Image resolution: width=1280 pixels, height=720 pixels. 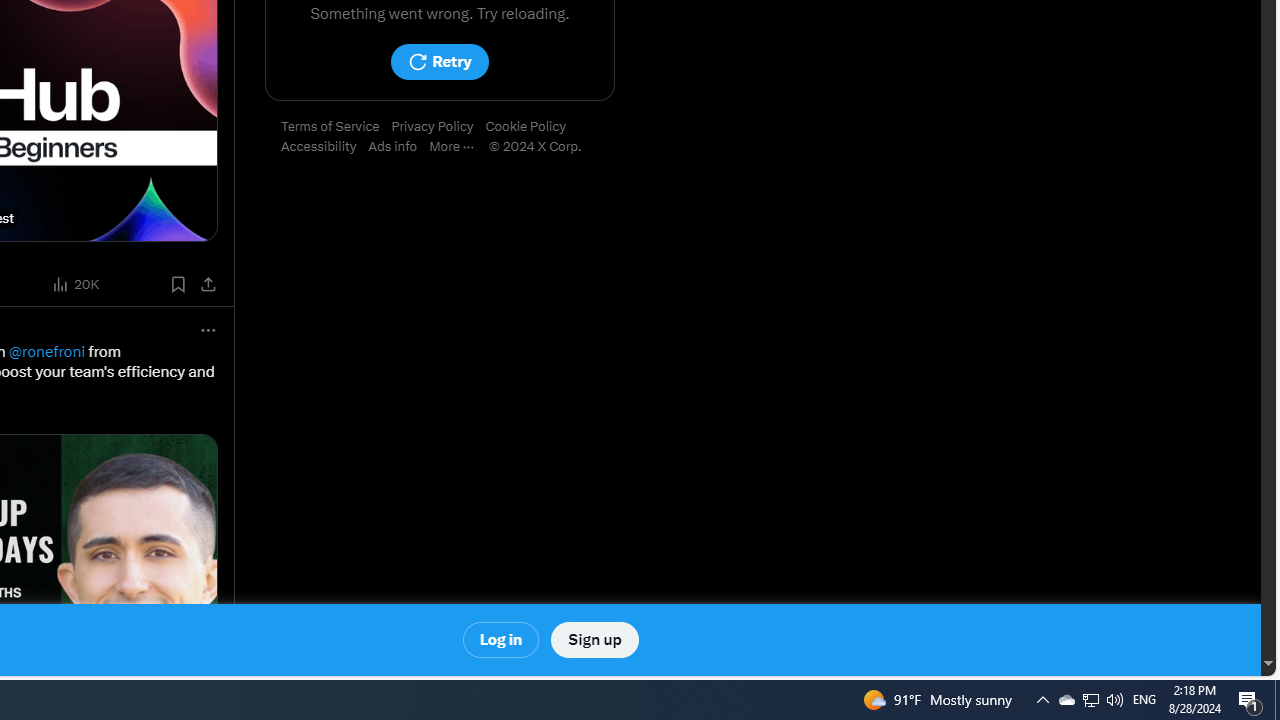 What do you see at coordinates (77, 284) in the screenshot?
I see `'20811 views. View post analytics'` at bounding box center [77, 284].